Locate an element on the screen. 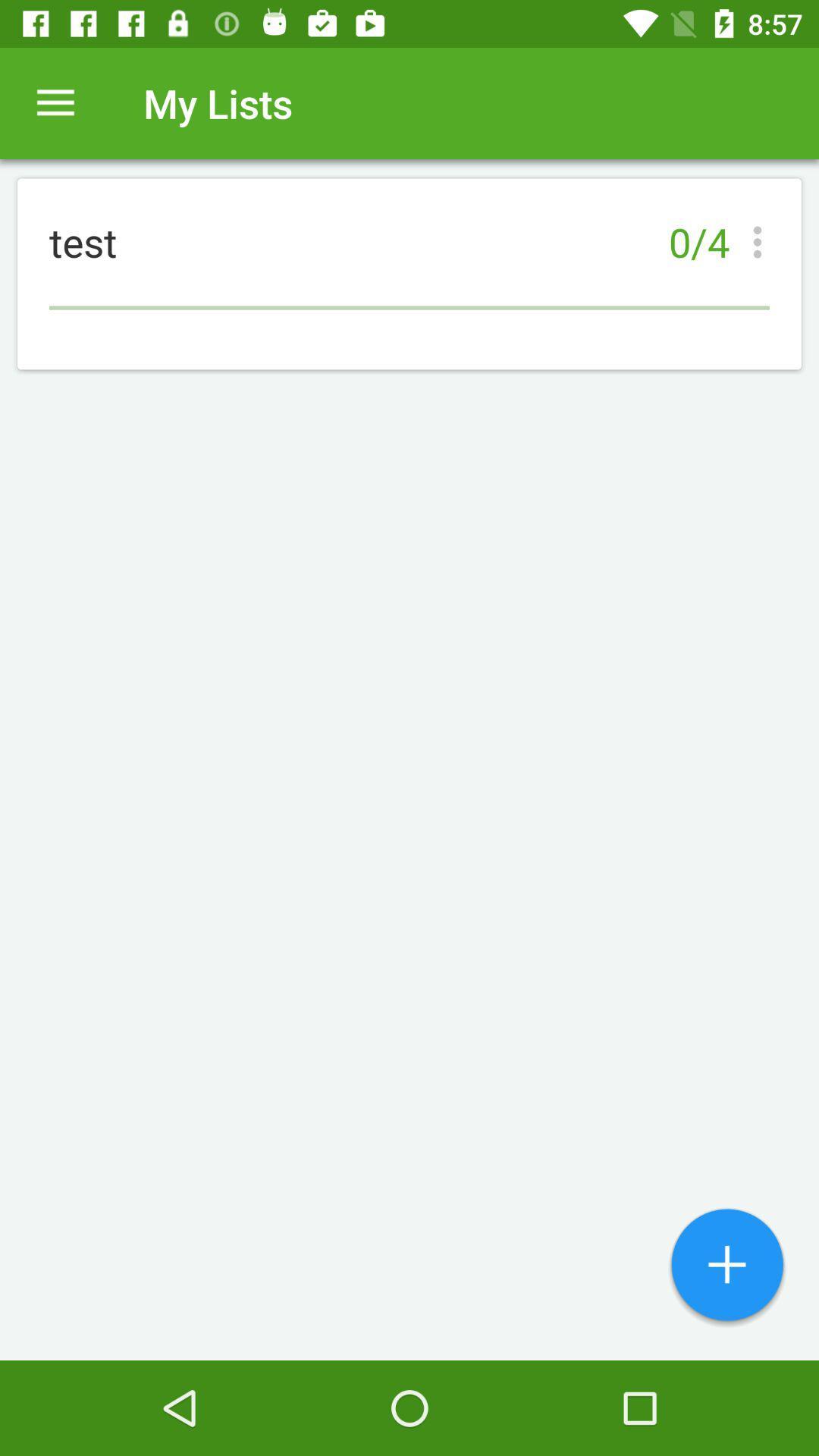 The image size is (819, 1456). item next to the my lists icon is located at coordinates (55, 102).